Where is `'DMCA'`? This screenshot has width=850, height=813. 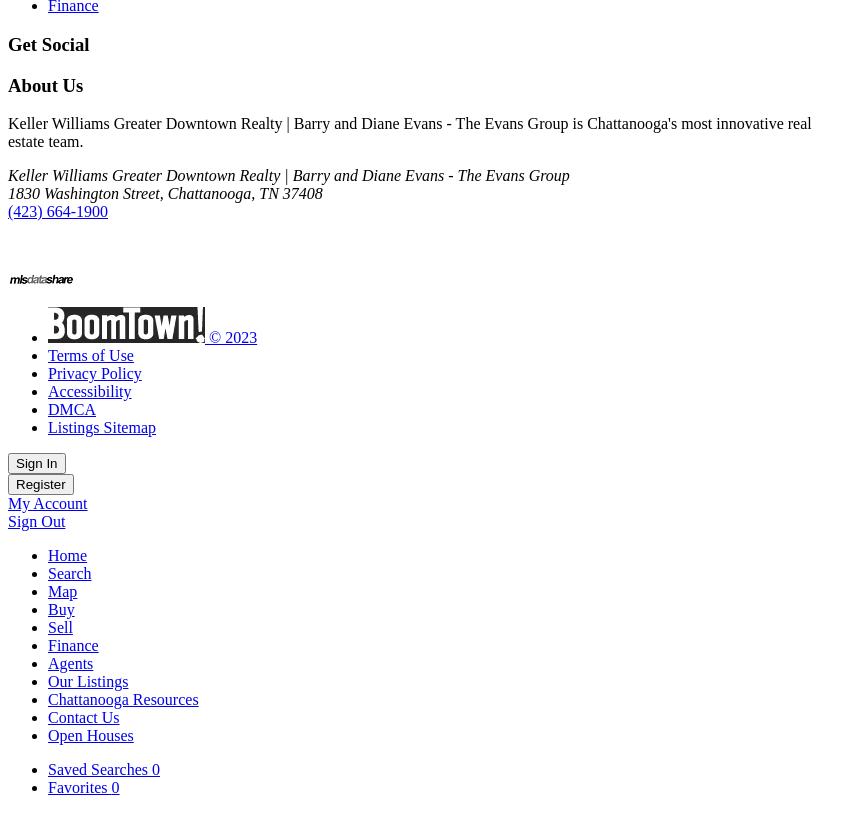
'DMCA' is located at coordinates (71, 409).